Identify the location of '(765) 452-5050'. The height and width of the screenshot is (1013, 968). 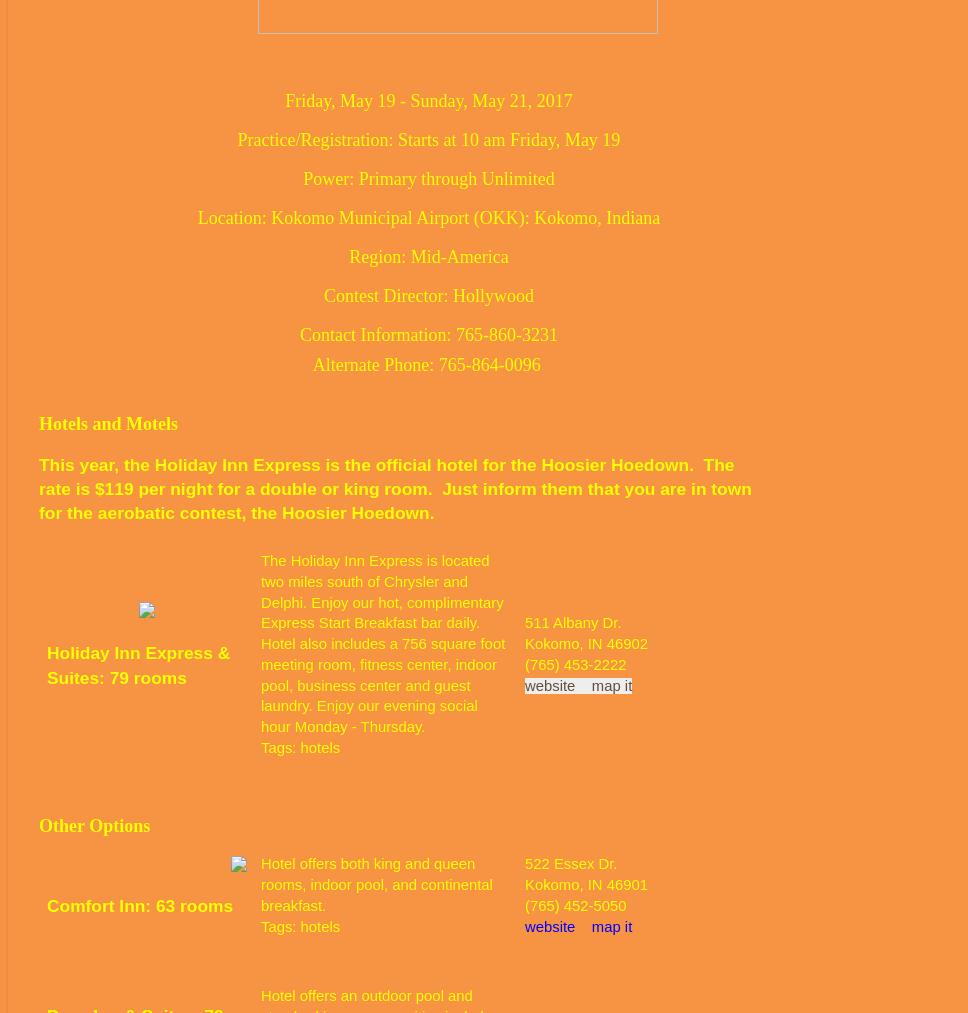
(524, 904).